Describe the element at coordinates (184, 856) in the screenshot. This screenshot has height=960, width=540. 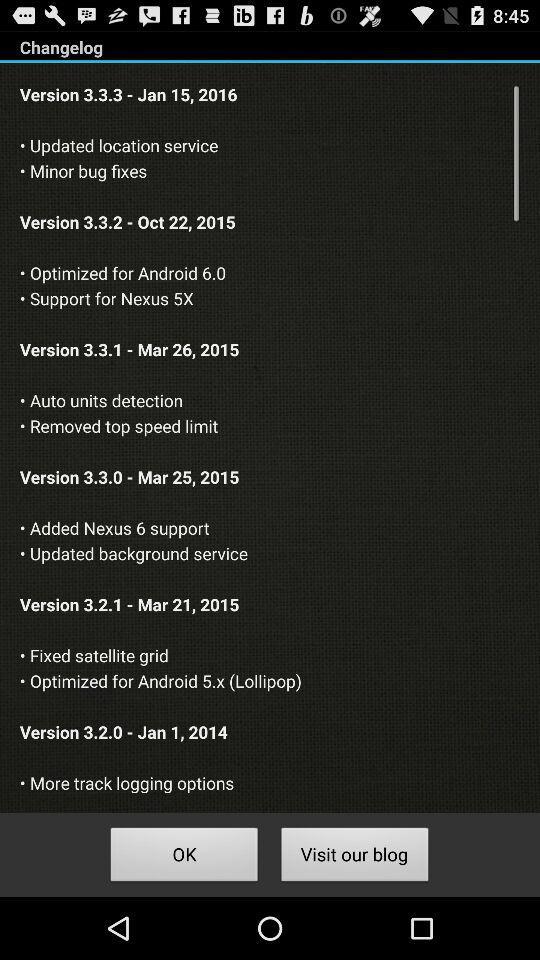
I see `ok button` at that location.